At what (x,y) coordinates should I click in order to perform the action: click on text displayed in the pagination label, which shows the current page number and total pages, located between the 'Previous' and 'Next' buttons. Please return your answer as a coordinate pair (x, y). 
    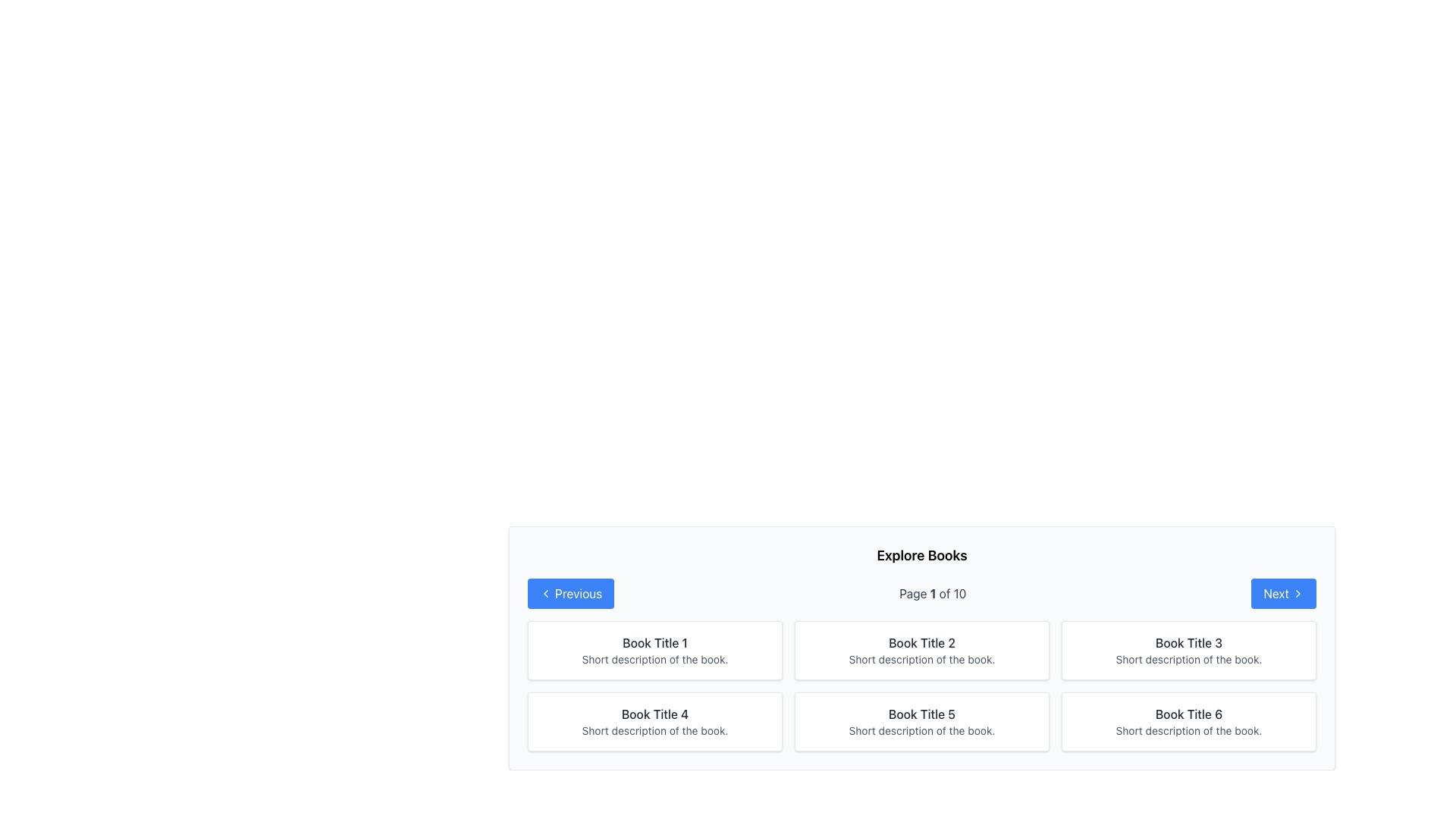
    Looking at the image, I should click on (932, 593).